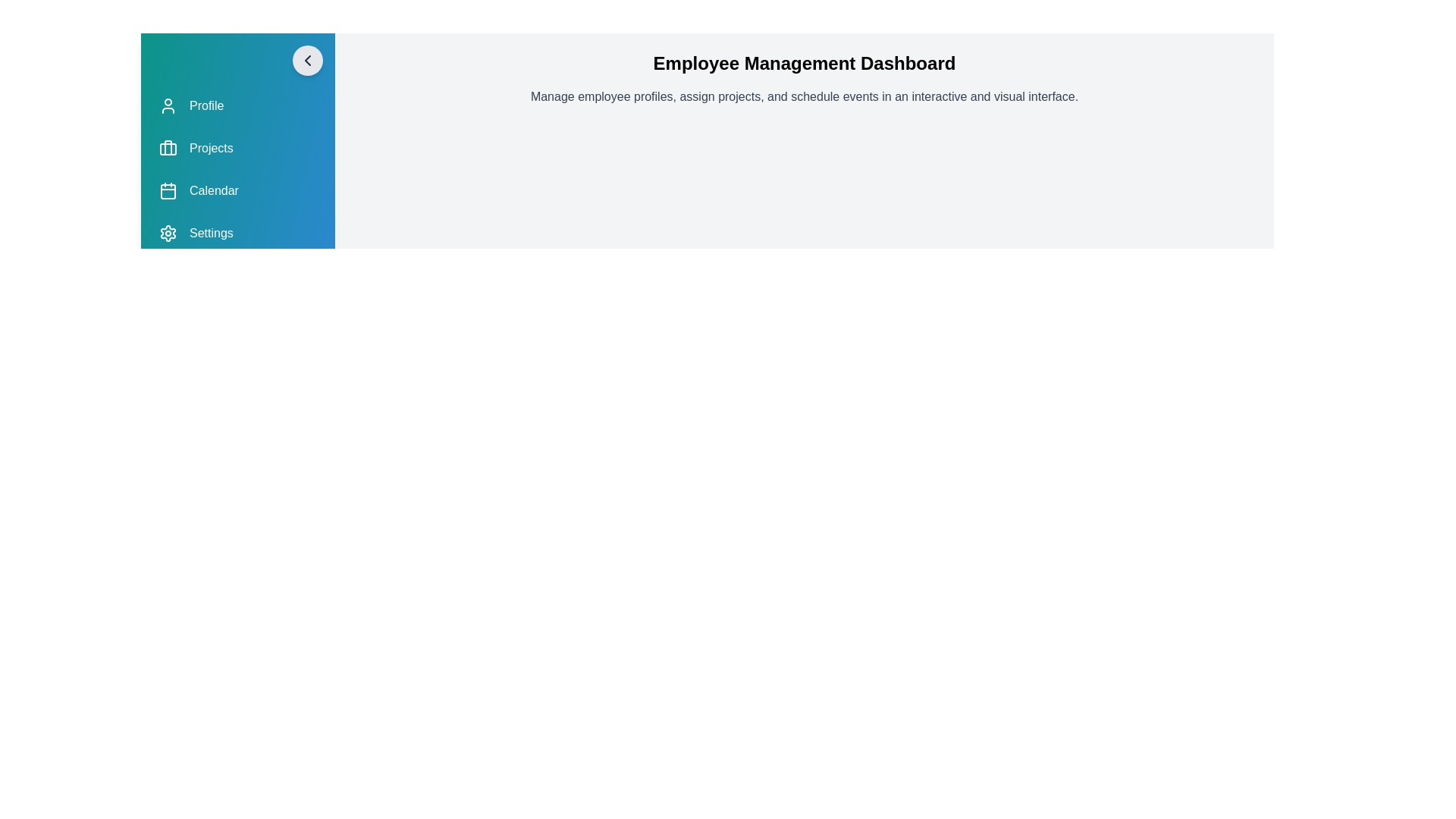 This screenshot has height=819, width=1456. What do you see at coordinates (237, 190) in the screenshot?
I see `the navigation item Calendar from the drawer` at bounding box center [237, 190].